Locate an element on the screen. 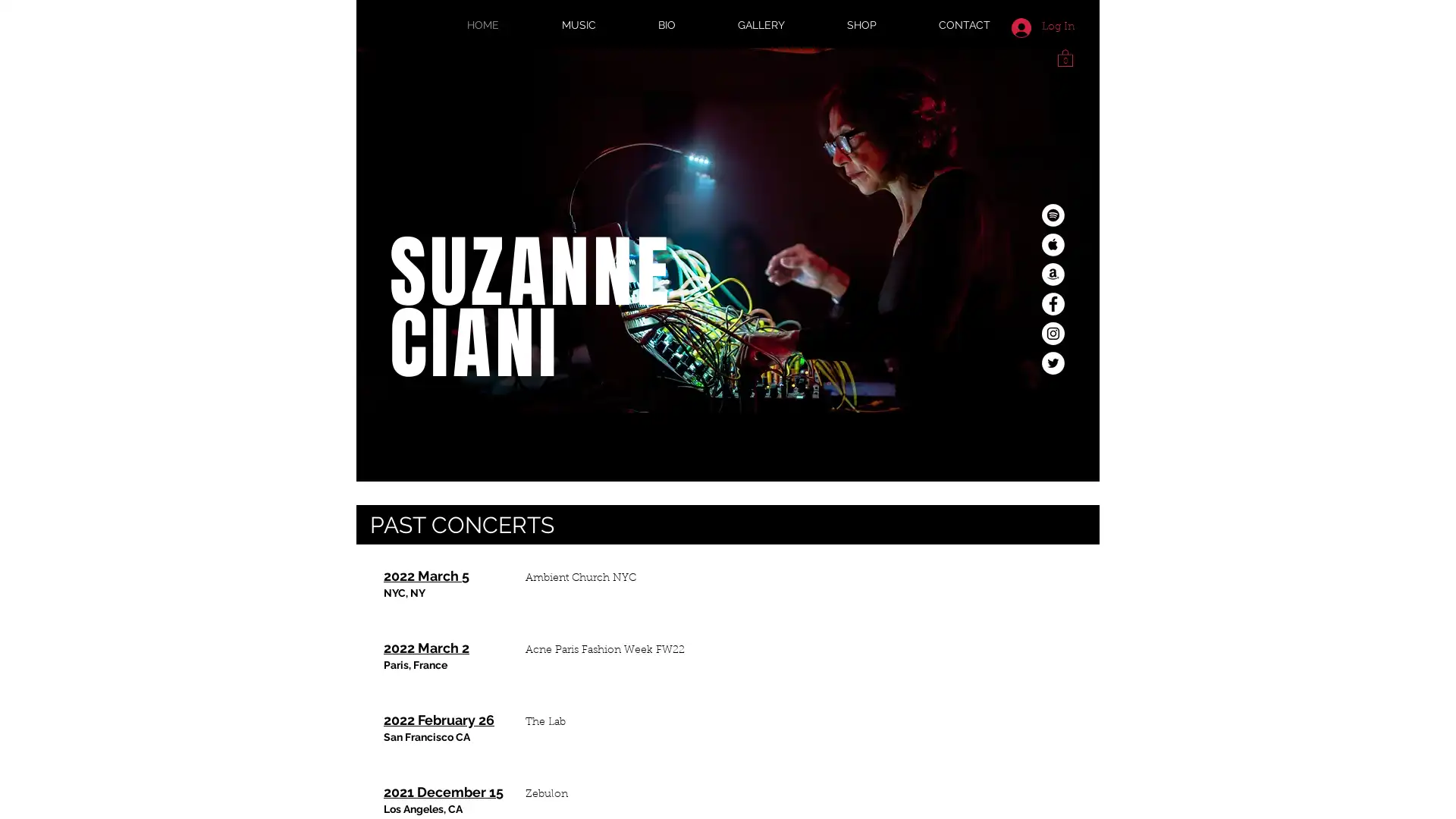  Log In is located at coordinates (1042, 27).